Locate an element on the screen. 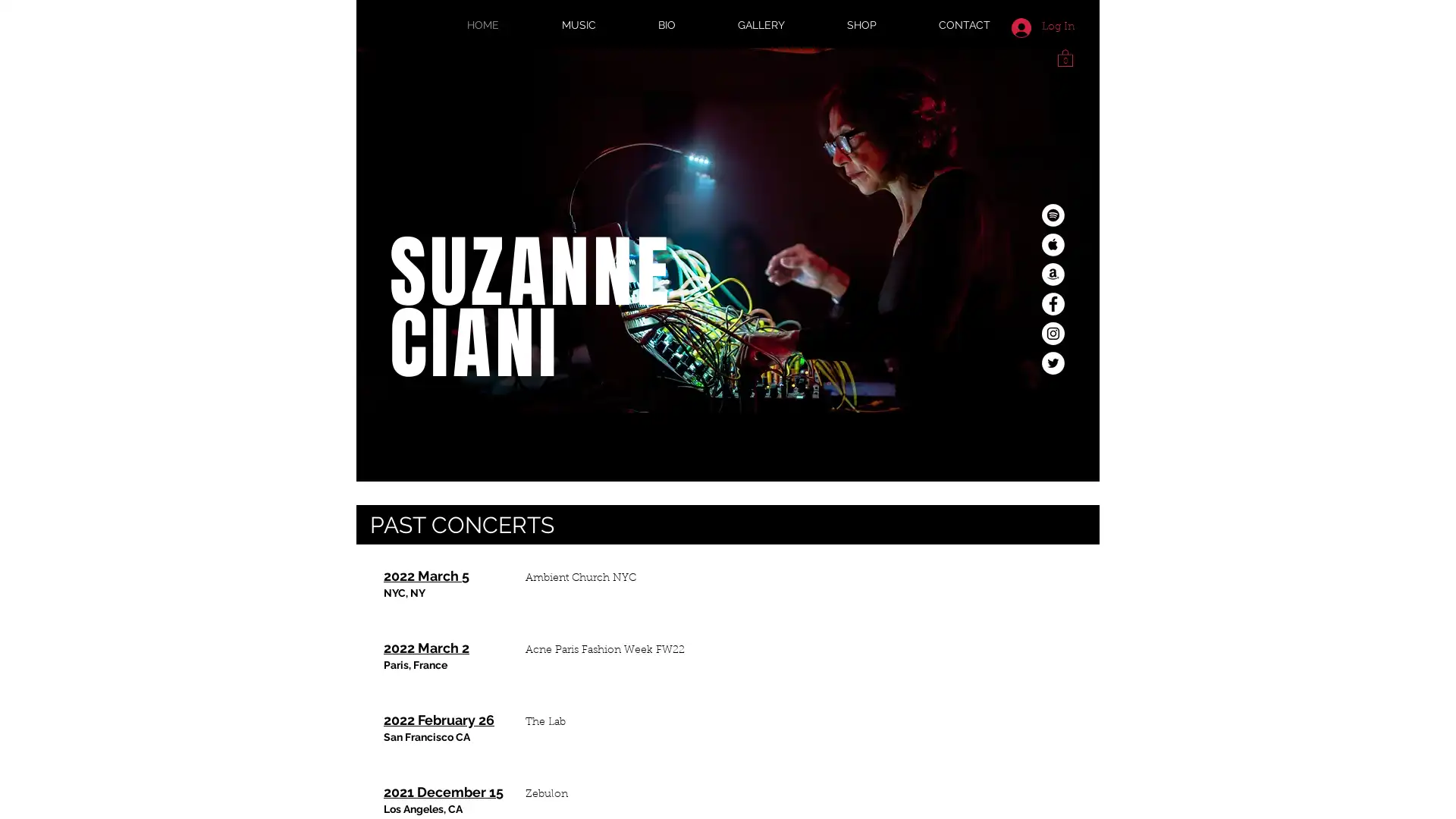  Log In is located at coordinates (1042, 27).